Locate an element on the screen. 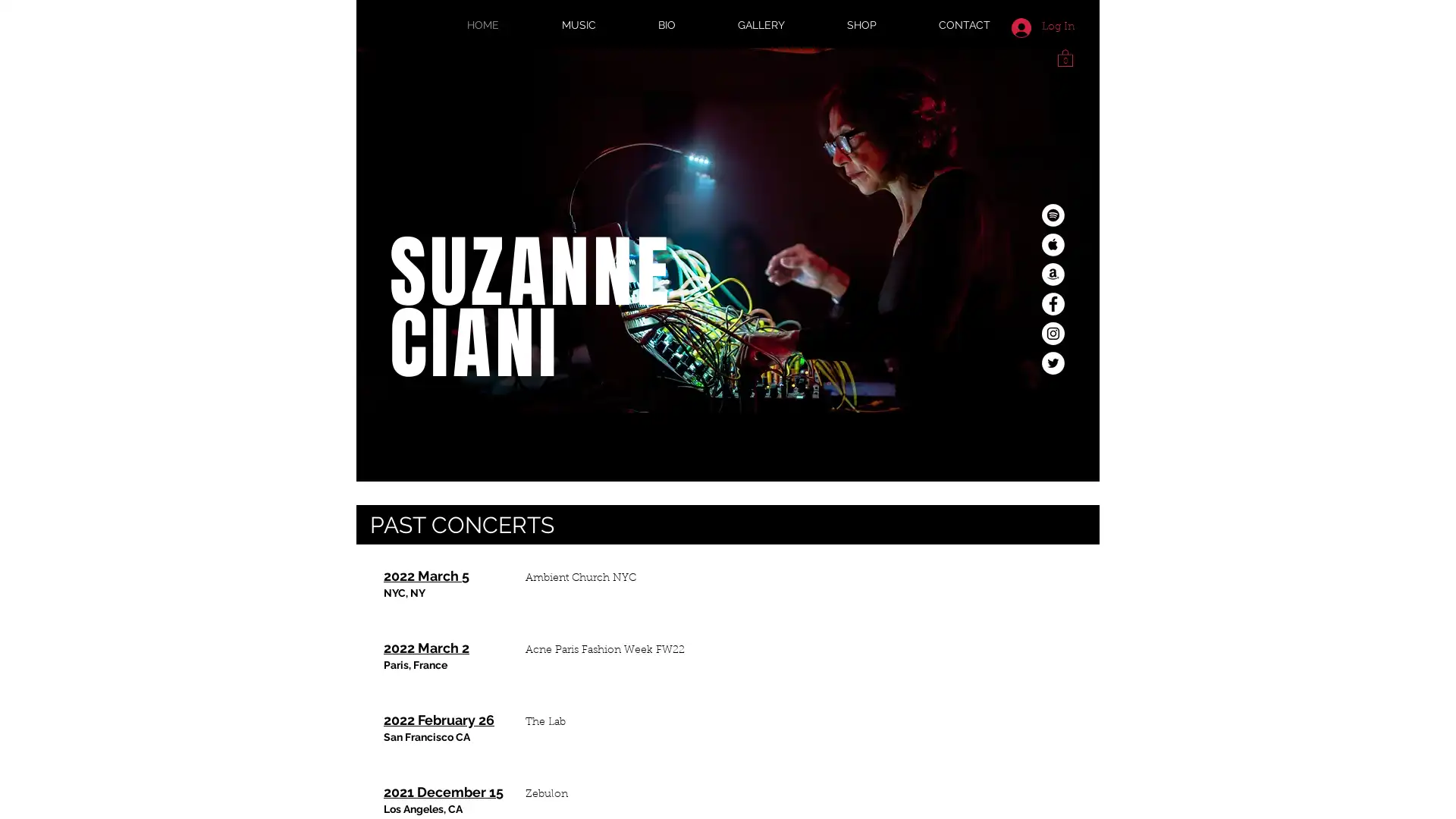  Log In is located at coordinates (1042, 27).